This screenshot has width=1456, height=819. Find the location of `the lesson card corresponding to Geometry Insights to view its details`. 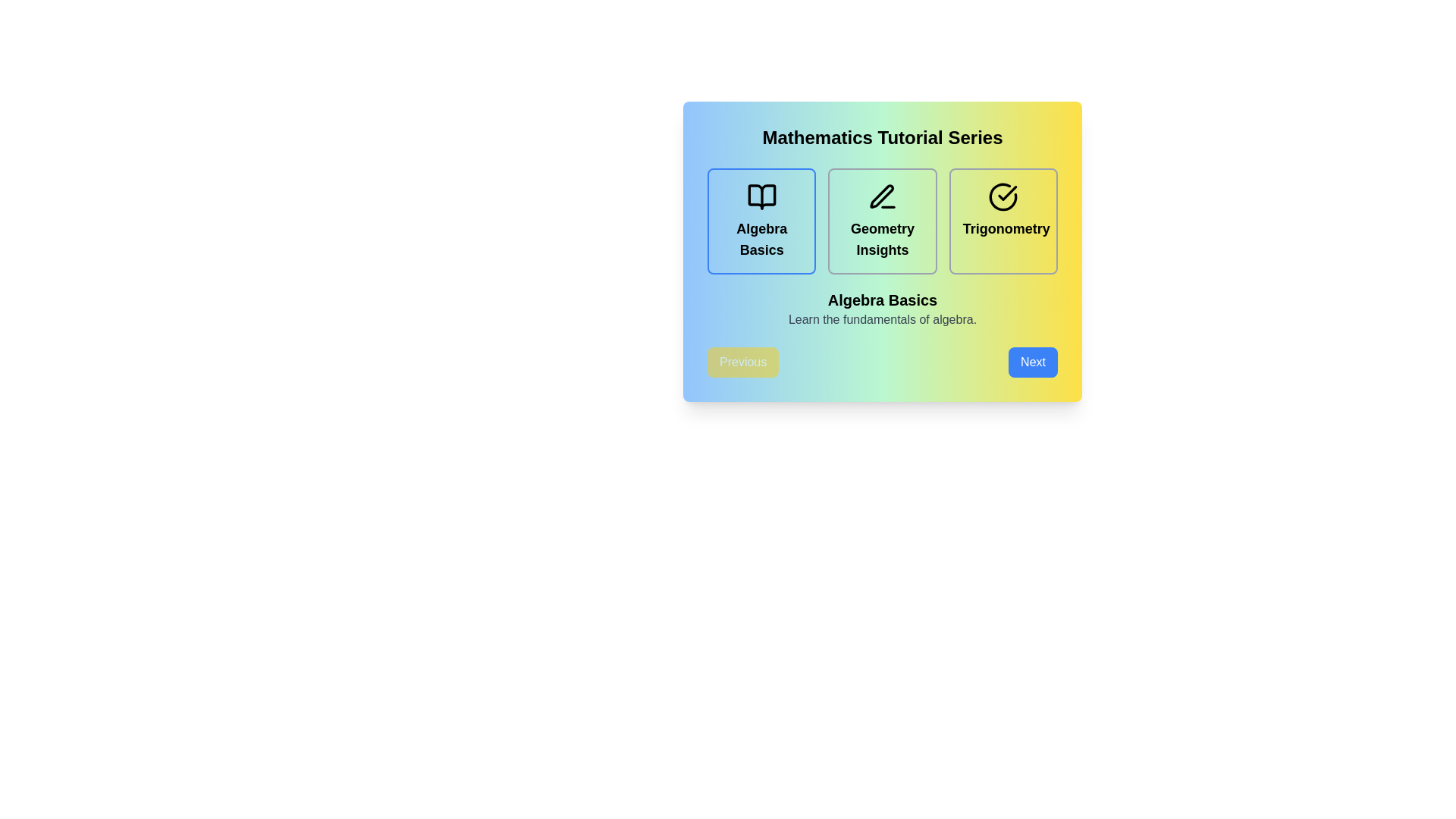

the lesson card corresponding to Geometry Insights to view its details is located at coordinates (882, 221).